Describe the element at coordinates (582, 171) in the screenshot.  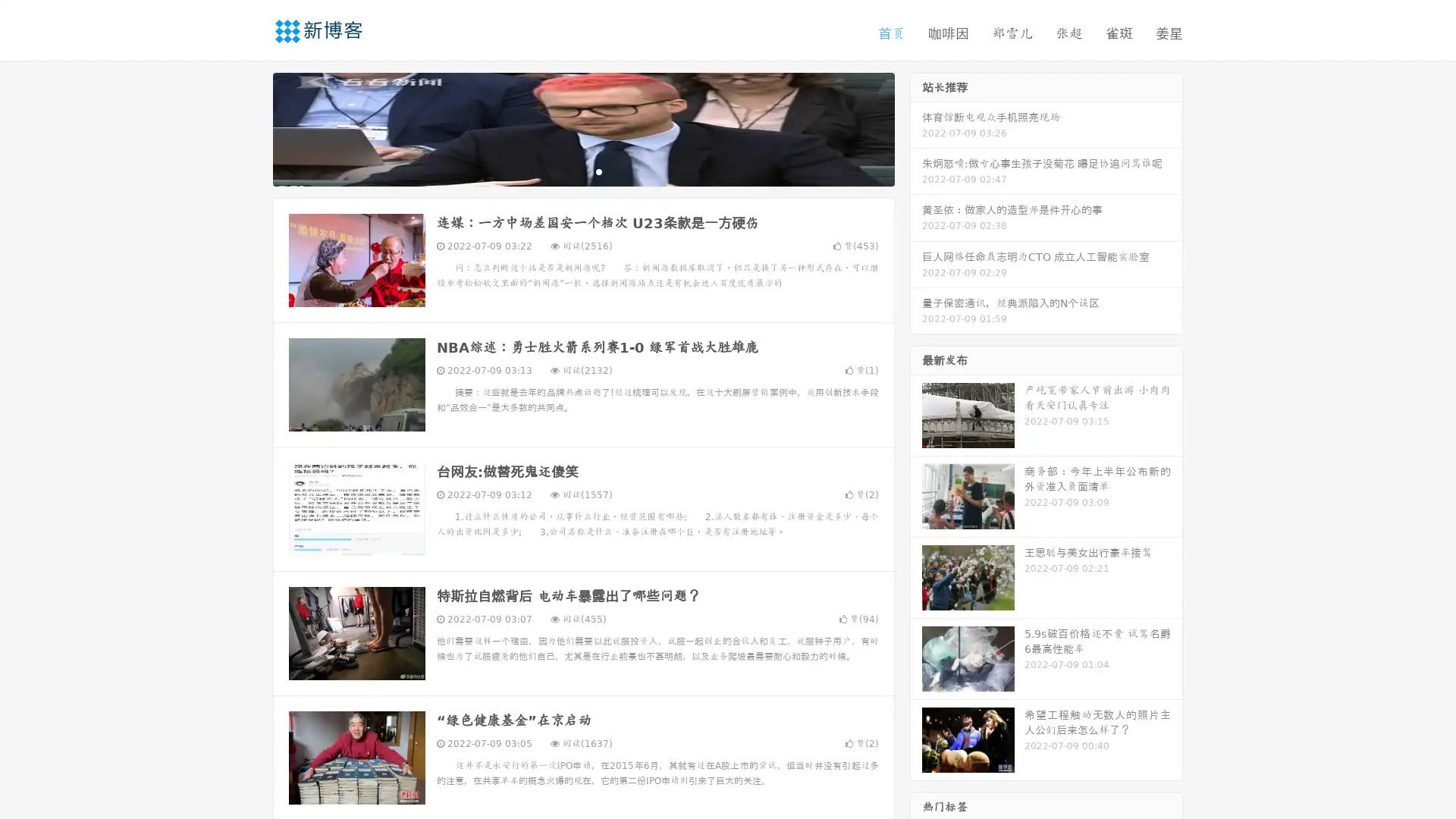
I see `Go to slide 2` at that location.